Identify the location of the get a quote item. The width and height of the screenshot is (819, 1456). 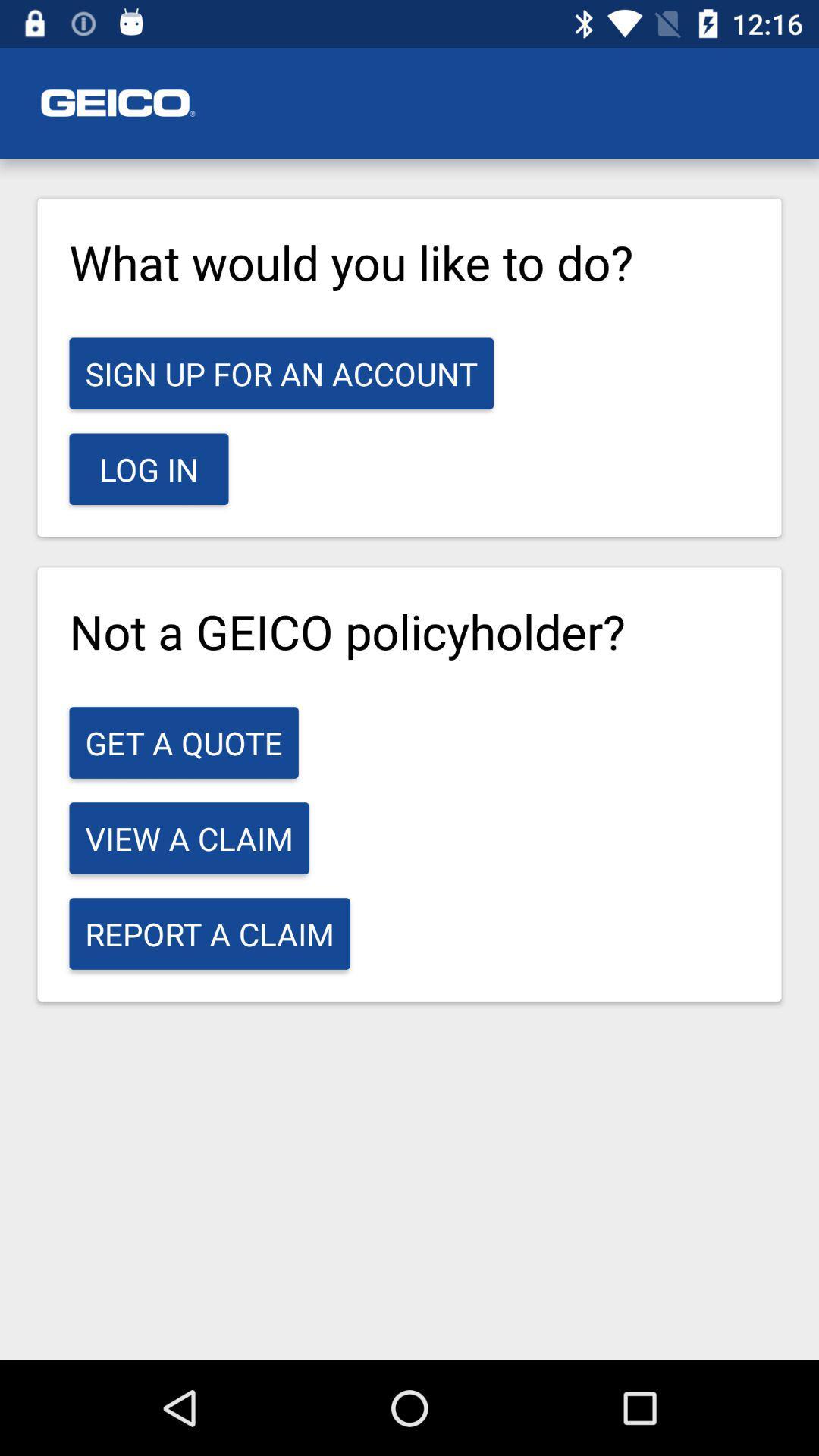
(183, 742).